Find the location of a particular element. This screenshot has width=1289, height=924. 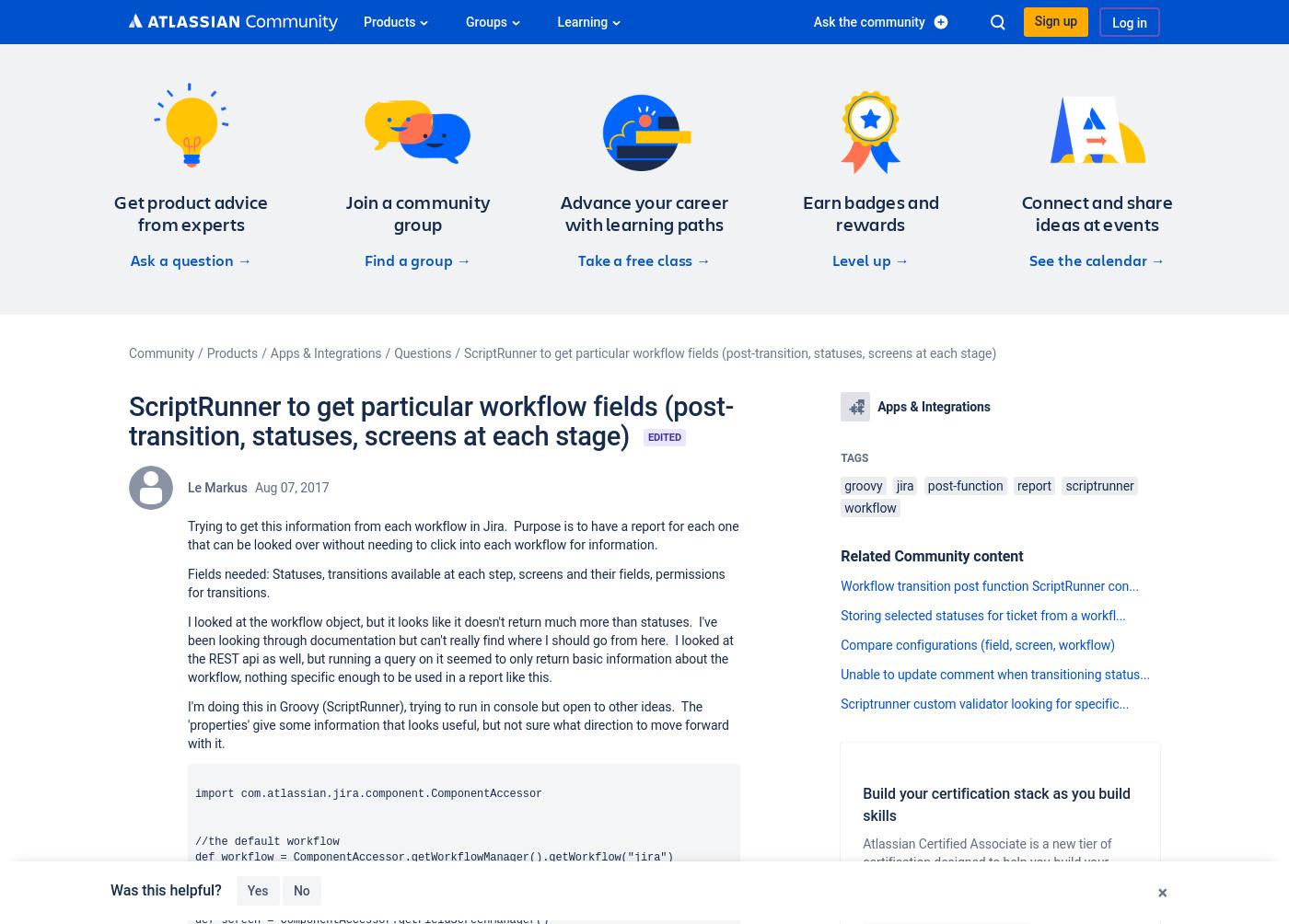

'Thanks!' is located at coordinates (316, 888).